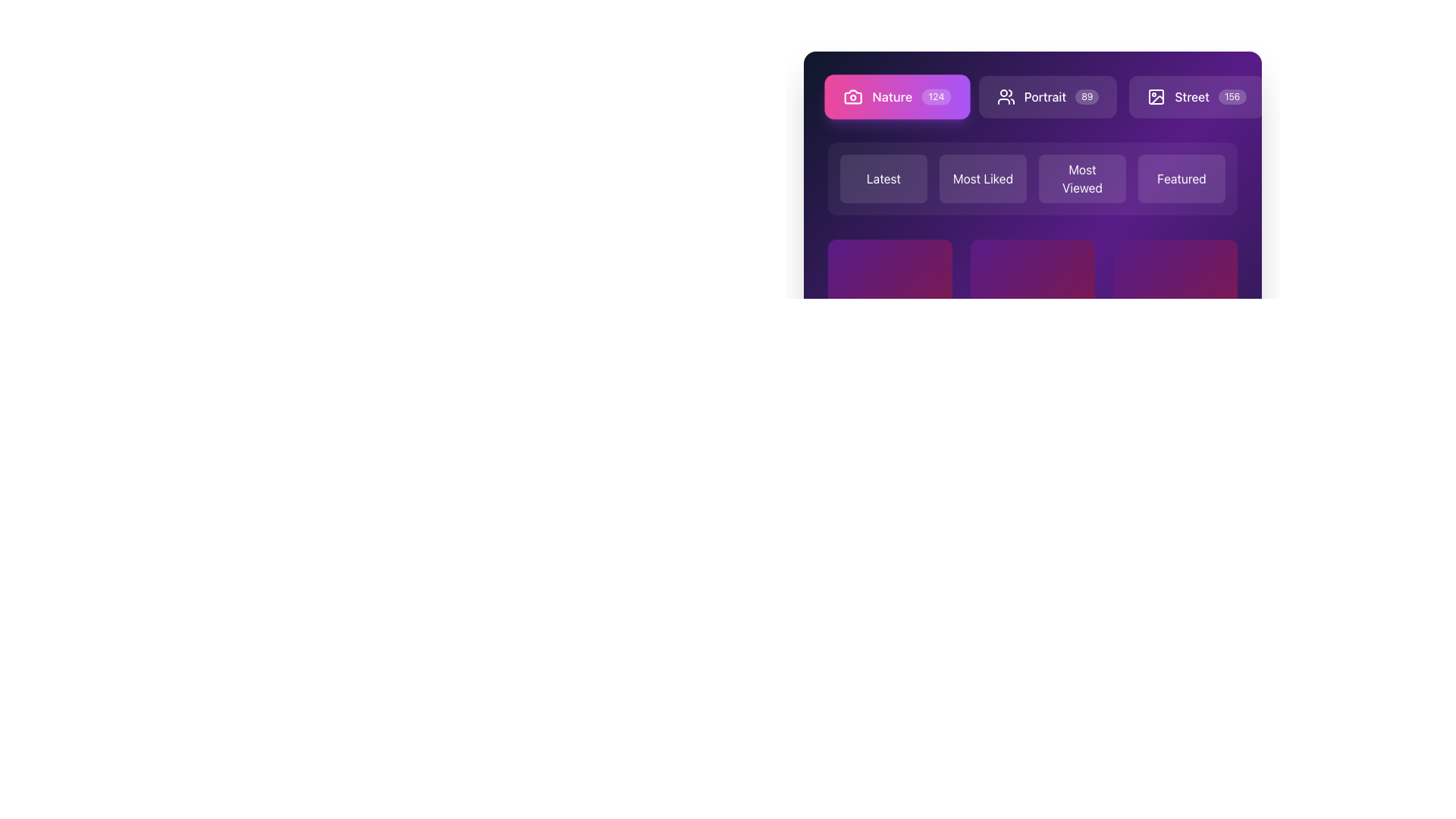 The image size is (1456, 819). Describe the element at coordinates (1081, 177) in the screenshot. I see `the 'Most Viewed' button, which is the third button in a row of four` at that location.